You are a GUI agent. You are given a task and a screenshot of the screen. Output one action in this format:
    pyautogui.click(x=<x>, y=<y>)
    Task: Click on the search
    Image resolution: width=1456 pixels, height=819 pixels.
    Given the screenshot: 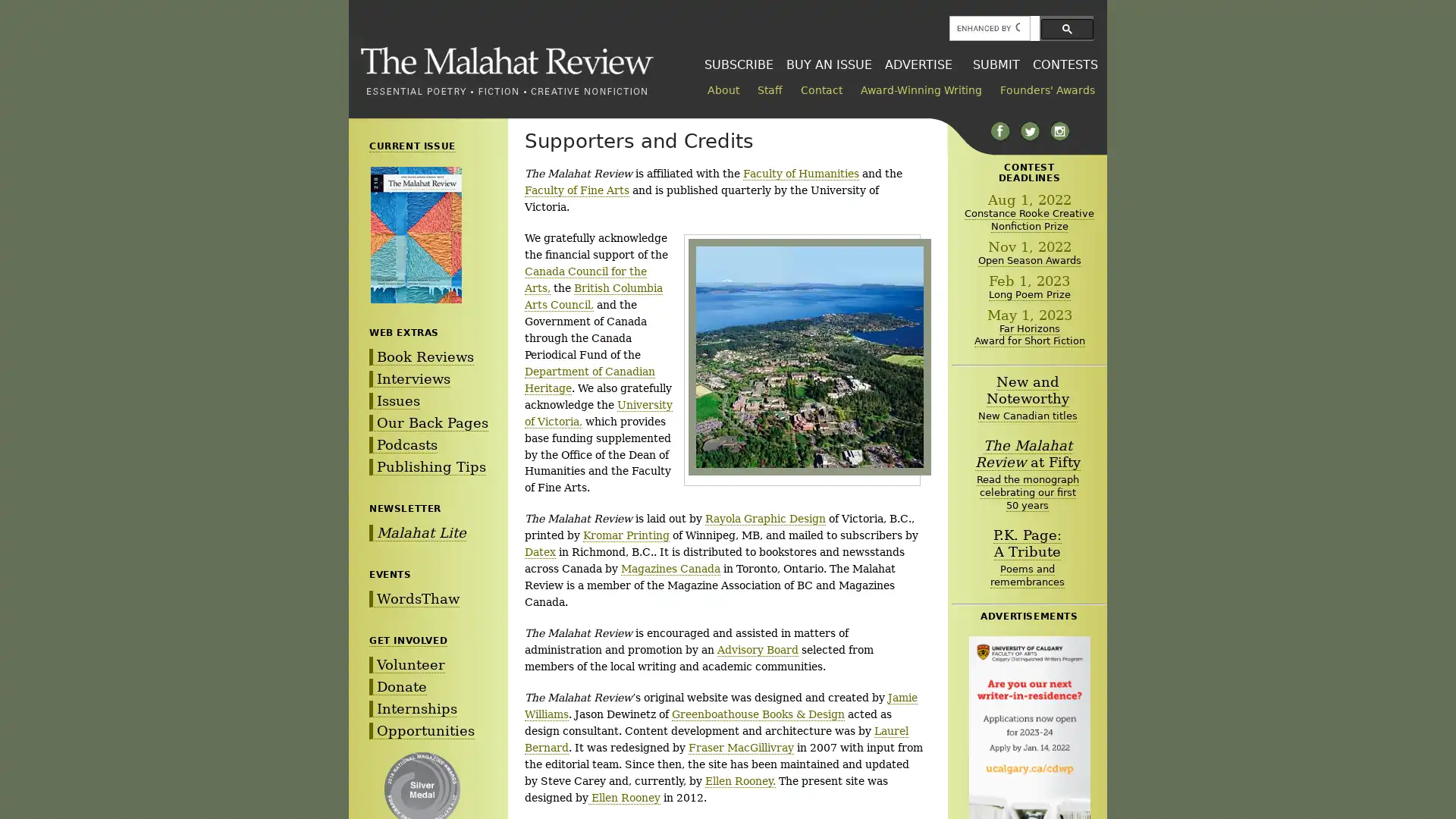 What is the action you would take?
    pyautogui.click(x=1066, y=28)
    